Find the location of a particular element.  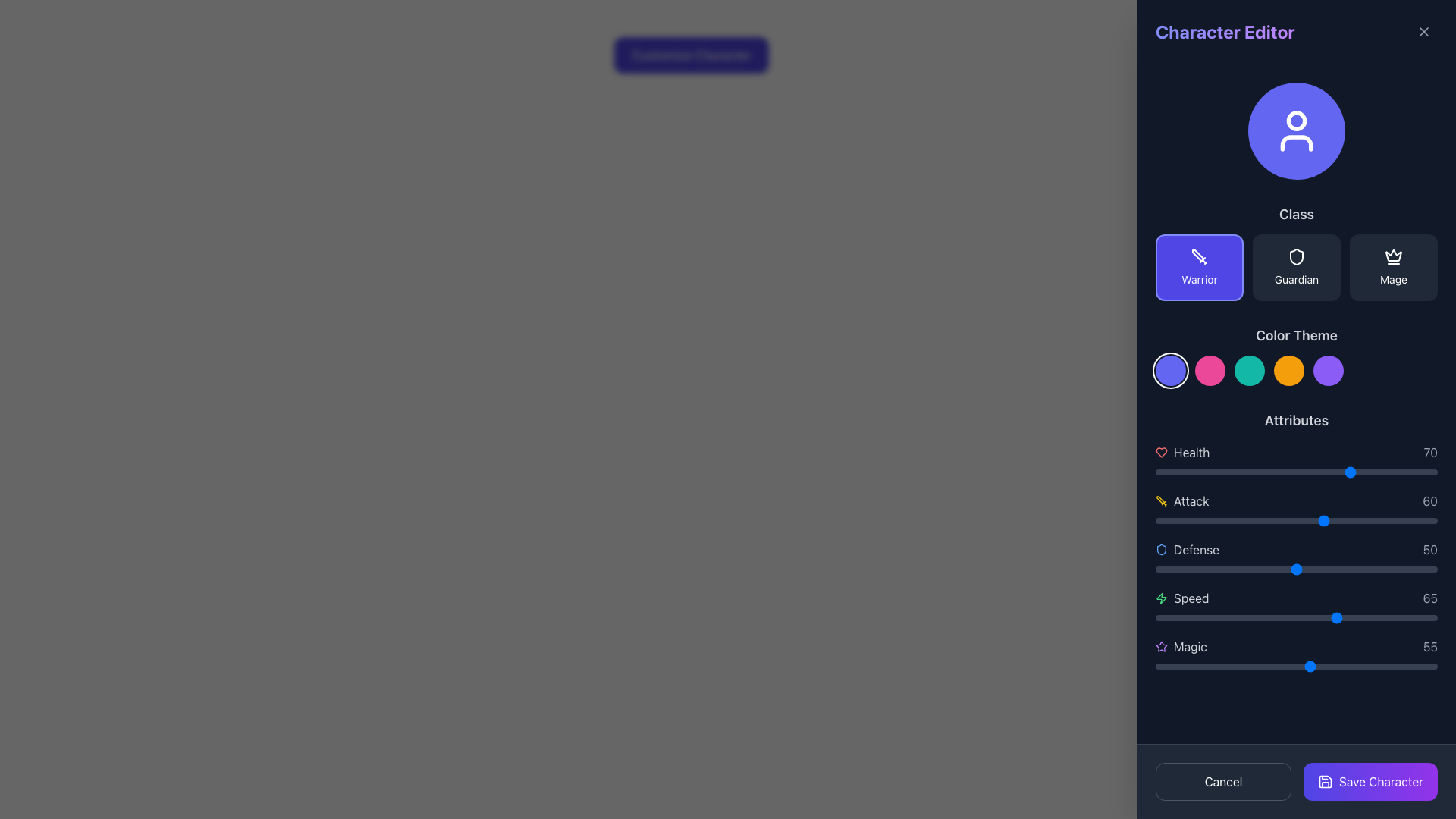

the defense attribute is located at coordinates (1163, 570).